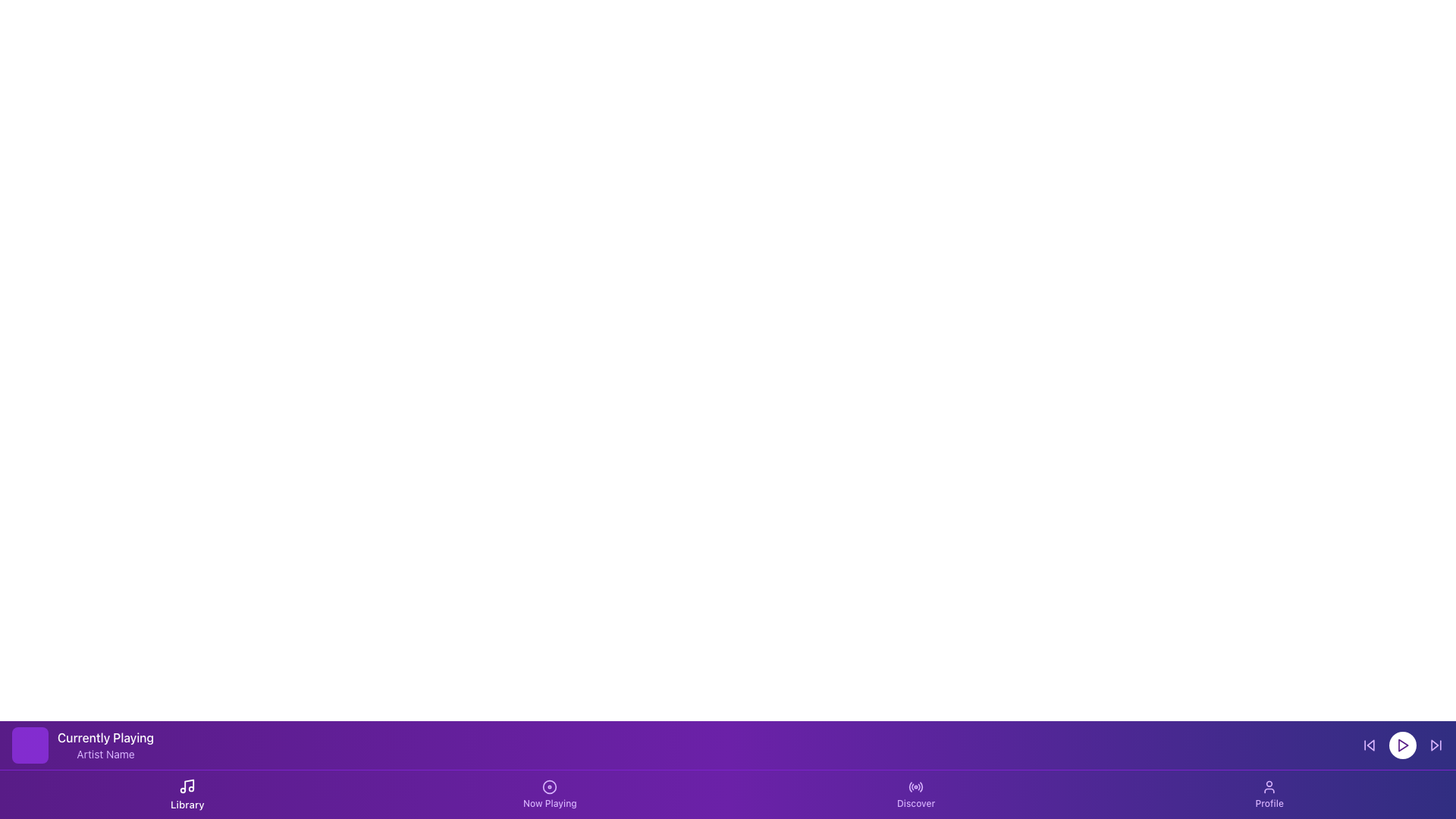  What do you see at coordinates (187, 786) in the screenshot?
I see `the 'Library' icon in the bottom navigation bar` at bounding box center [187, 786].